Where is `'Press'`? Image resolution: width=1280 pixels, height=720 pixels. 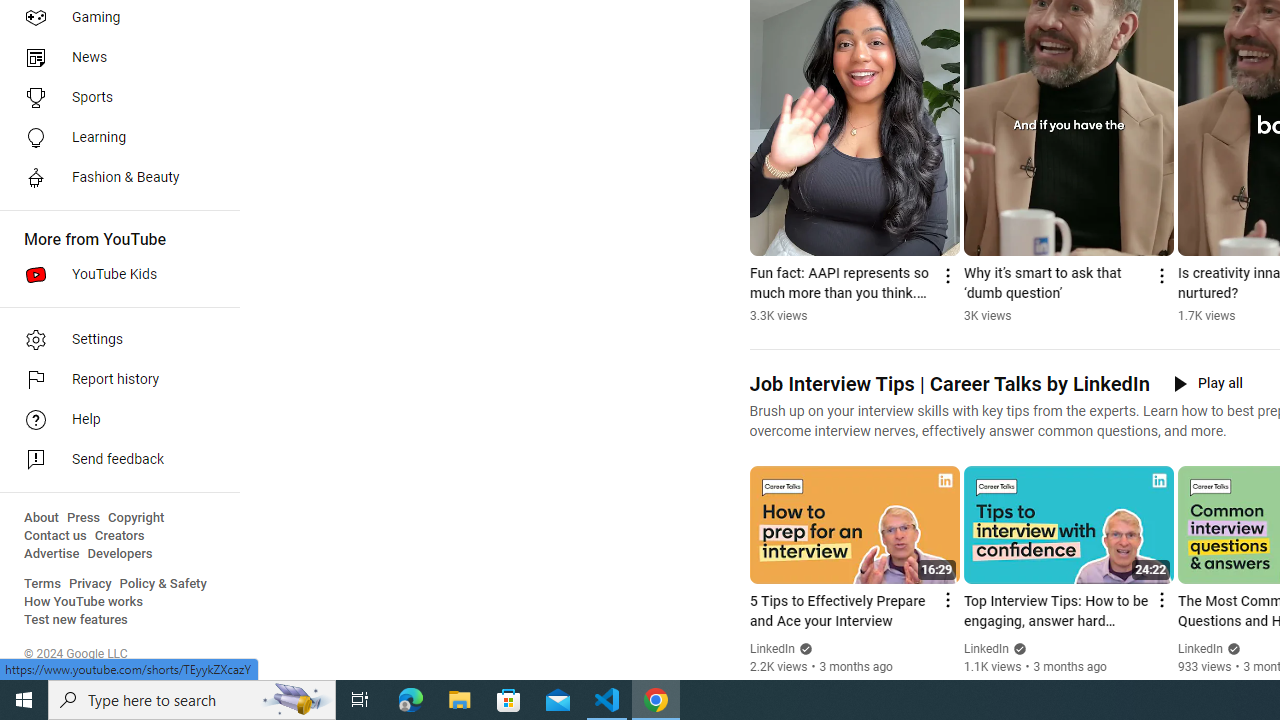 'Press' is located at coordinates (82, 517).